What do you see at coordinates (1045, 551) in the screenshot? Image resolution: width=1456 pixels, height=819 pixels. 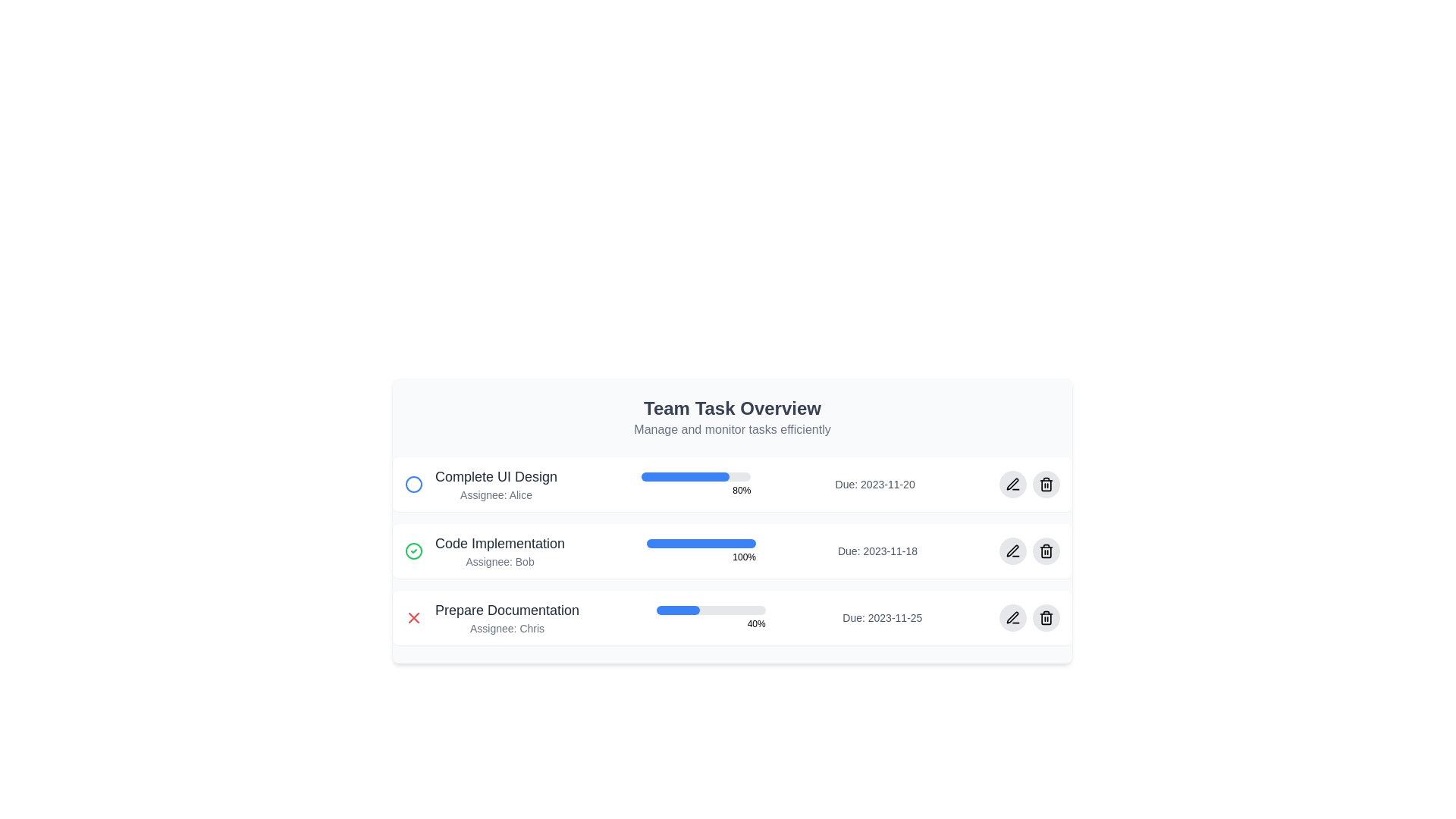 I see `the Trash-Can Icon within the Circular Button` at bounding box center [1045, 551].